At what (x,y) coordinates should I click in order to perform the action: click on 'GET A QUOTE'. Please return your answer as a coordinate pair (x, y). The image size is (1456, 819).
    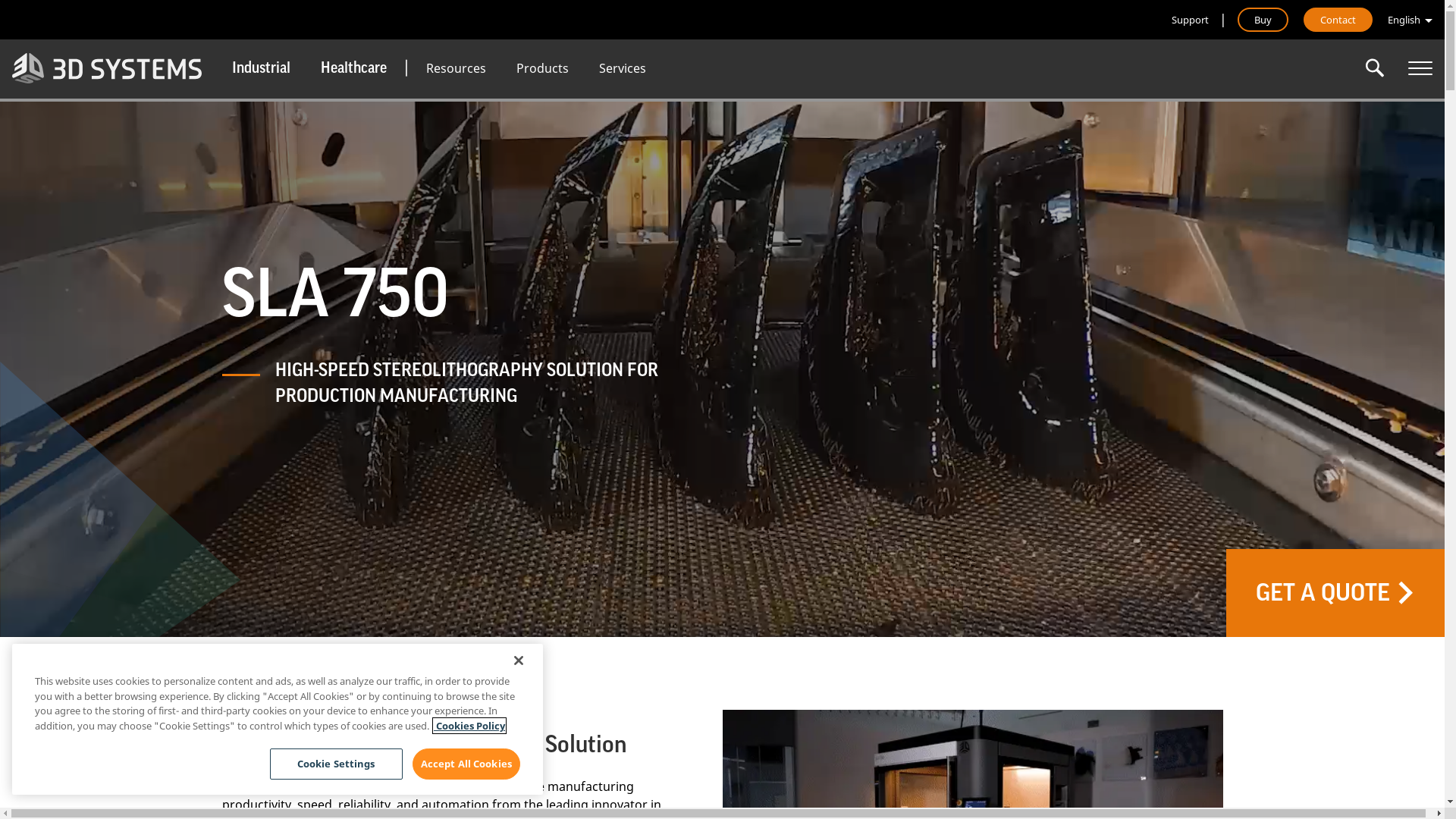
    Looking at the image, I should click on (1335, 592).